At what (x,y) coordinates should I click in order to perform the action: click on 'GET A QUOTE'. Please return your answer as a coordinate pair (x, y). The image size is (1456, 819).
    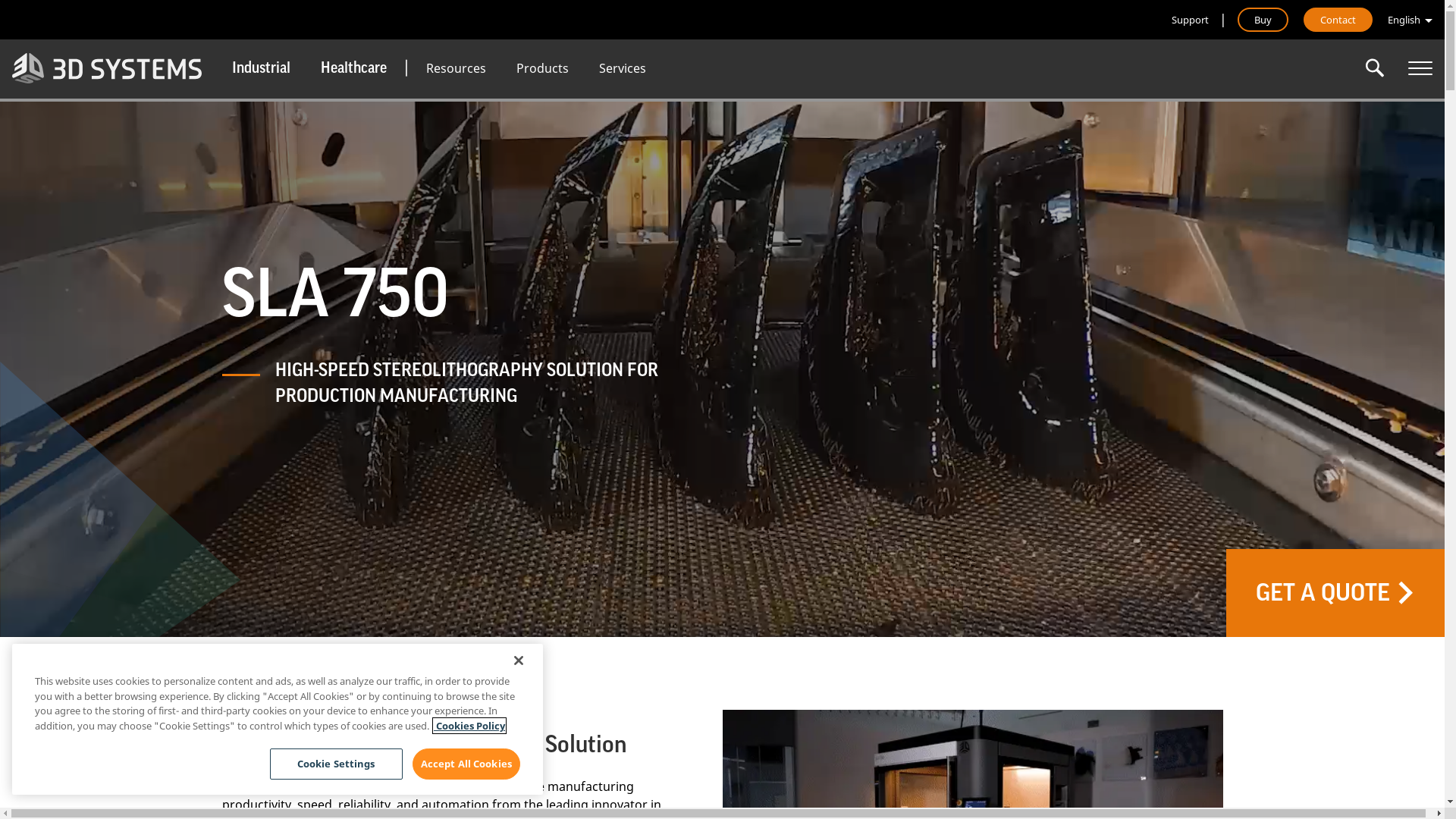
    Looking at the image, I should click on (1335, 592).